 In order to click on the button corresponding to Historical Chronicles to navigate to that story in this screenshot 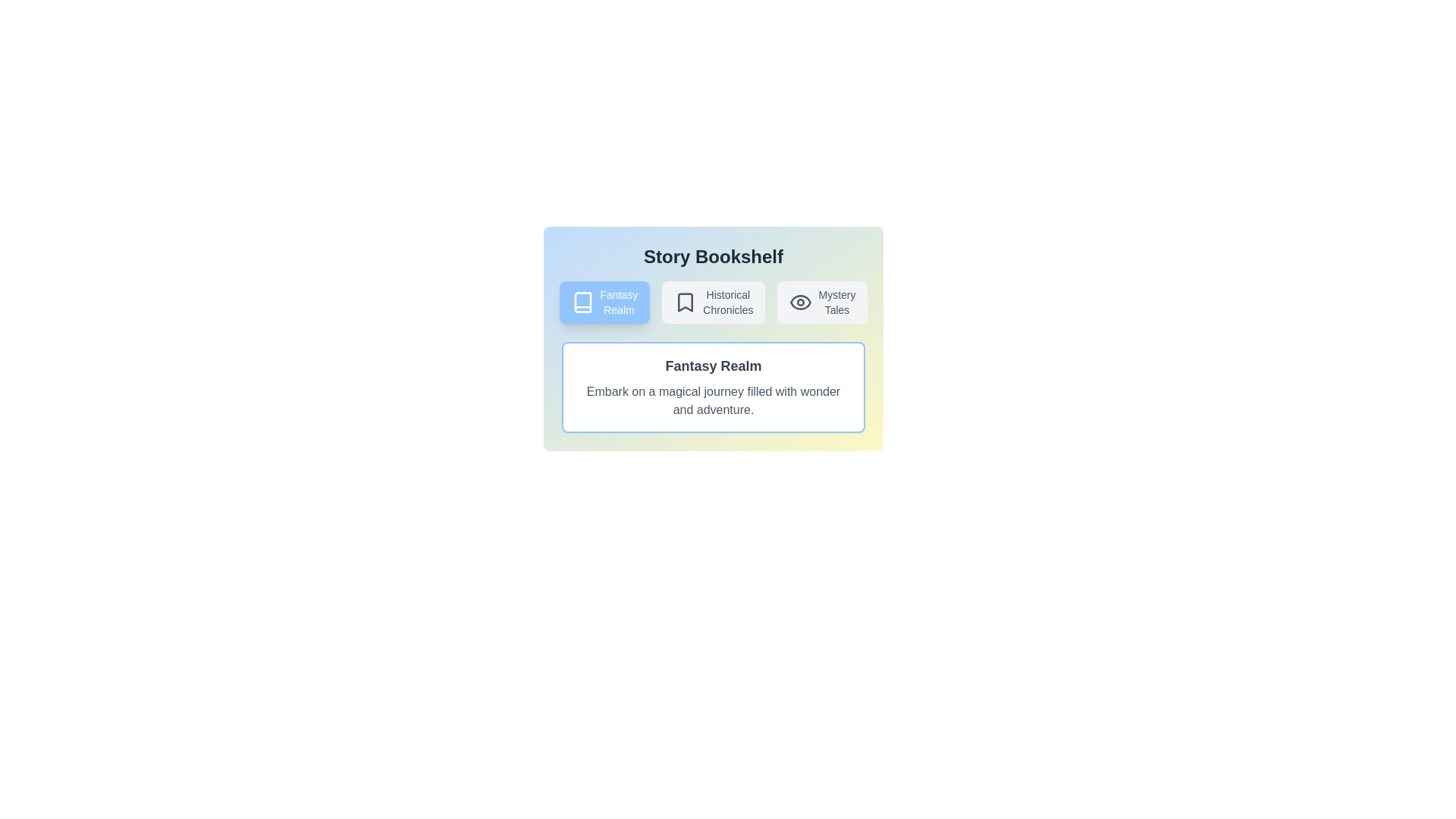, I will do `click(713, 302)`.